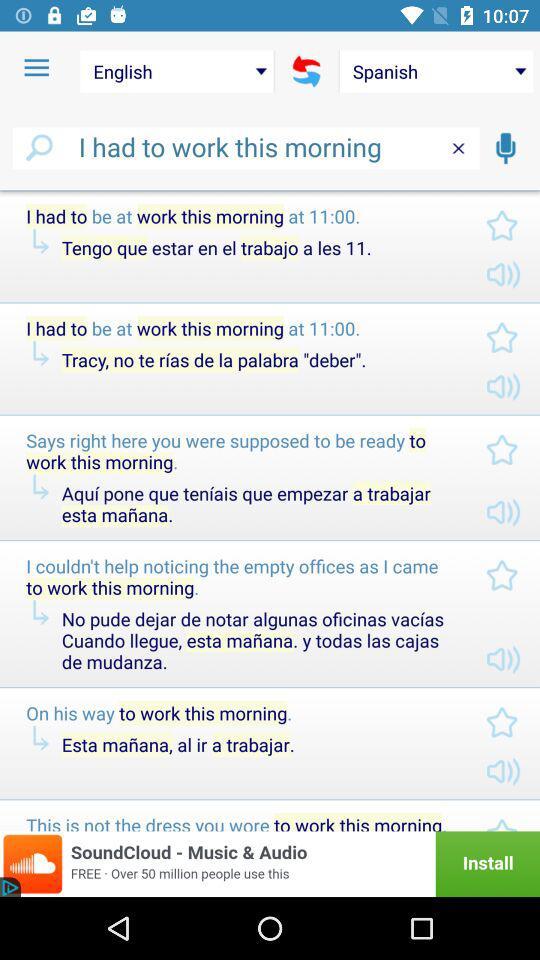 This screenshot has height=960, width=540. I want to click on the english, so click(177, 71).